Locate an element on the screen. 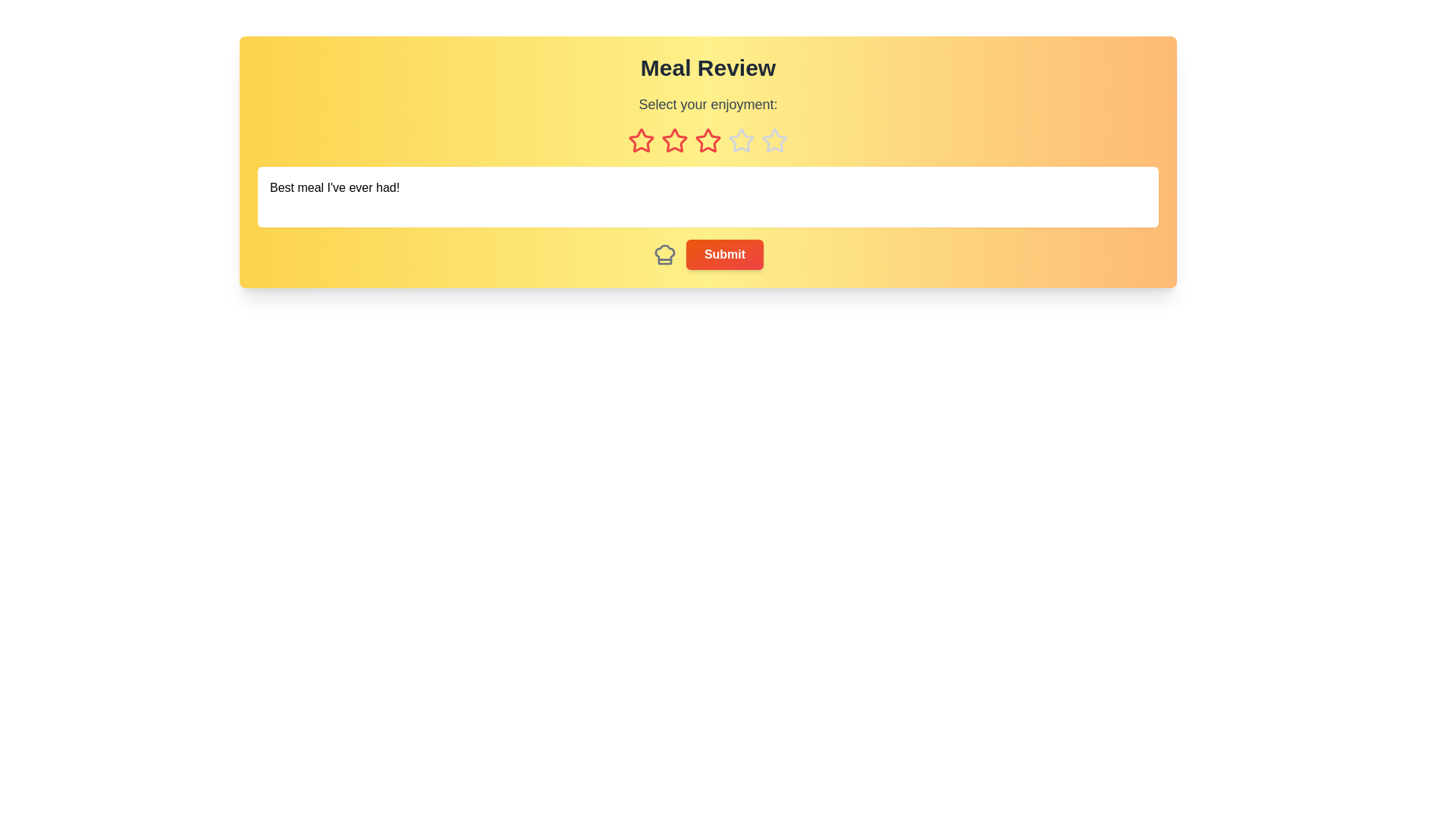  the third star icon in the five-star rating system located beneath the text 'Select your enjoyment:' is located at coordinates (673, 140).